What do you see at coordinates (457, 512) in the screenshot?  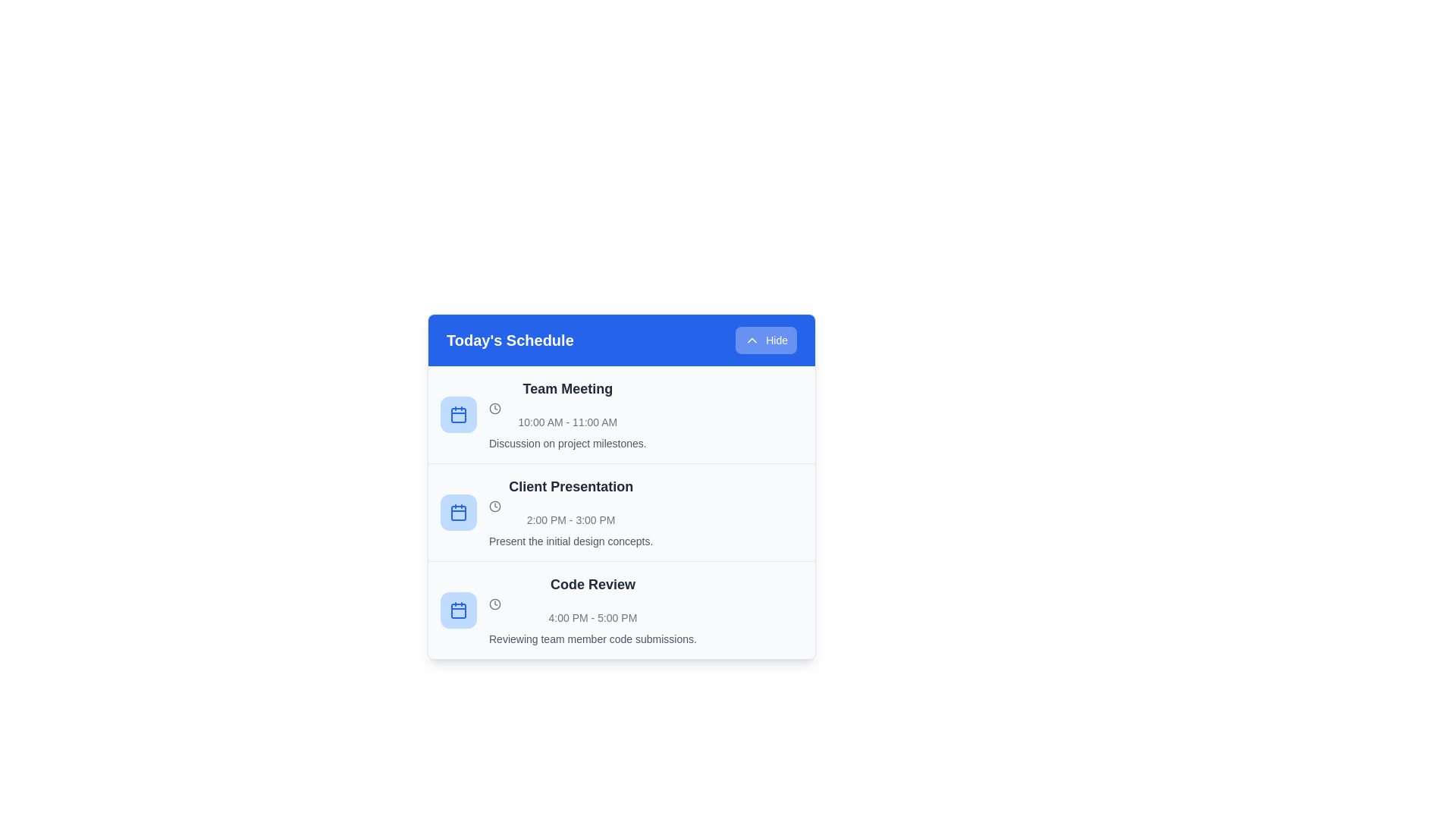 I see `the blue circular calendar icon located in the 'Client Presentation' section of the 'Today's Schedule' panel to associate it with its context` at bounding box center [457, 512].